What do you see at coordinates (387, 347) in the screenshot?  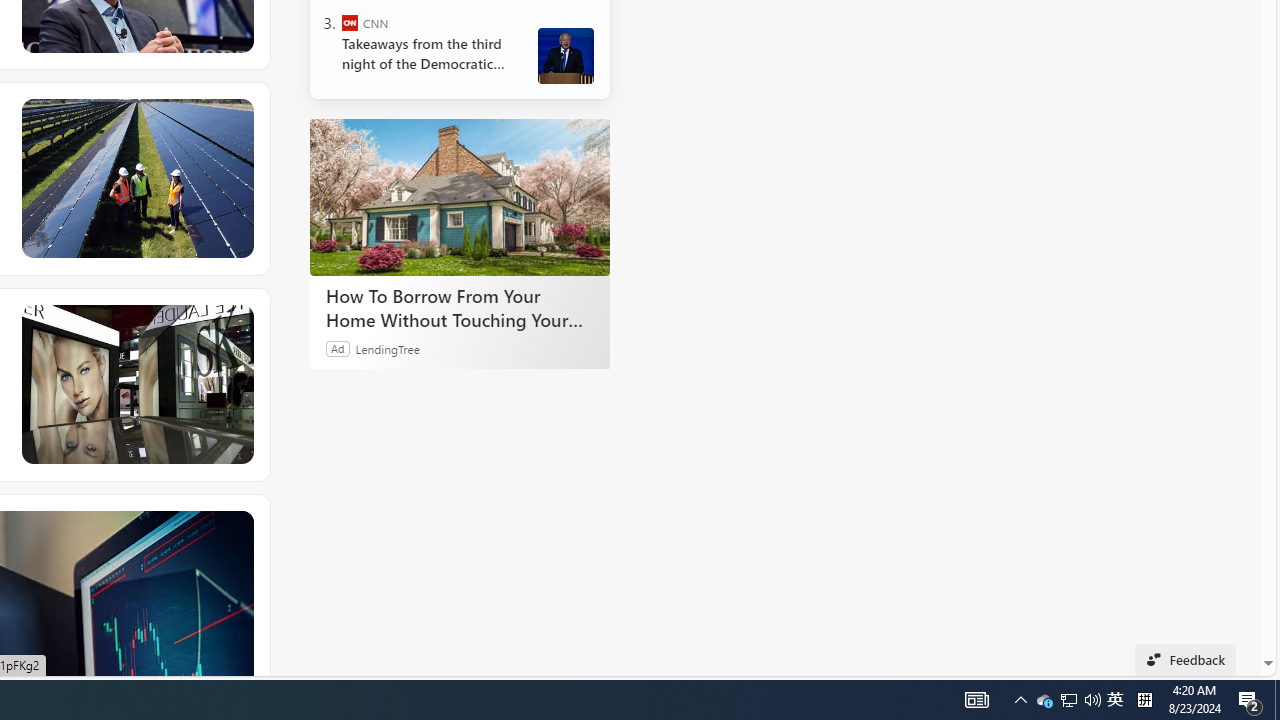 I see `'LendingTree'` at bounding box center [387, 347].